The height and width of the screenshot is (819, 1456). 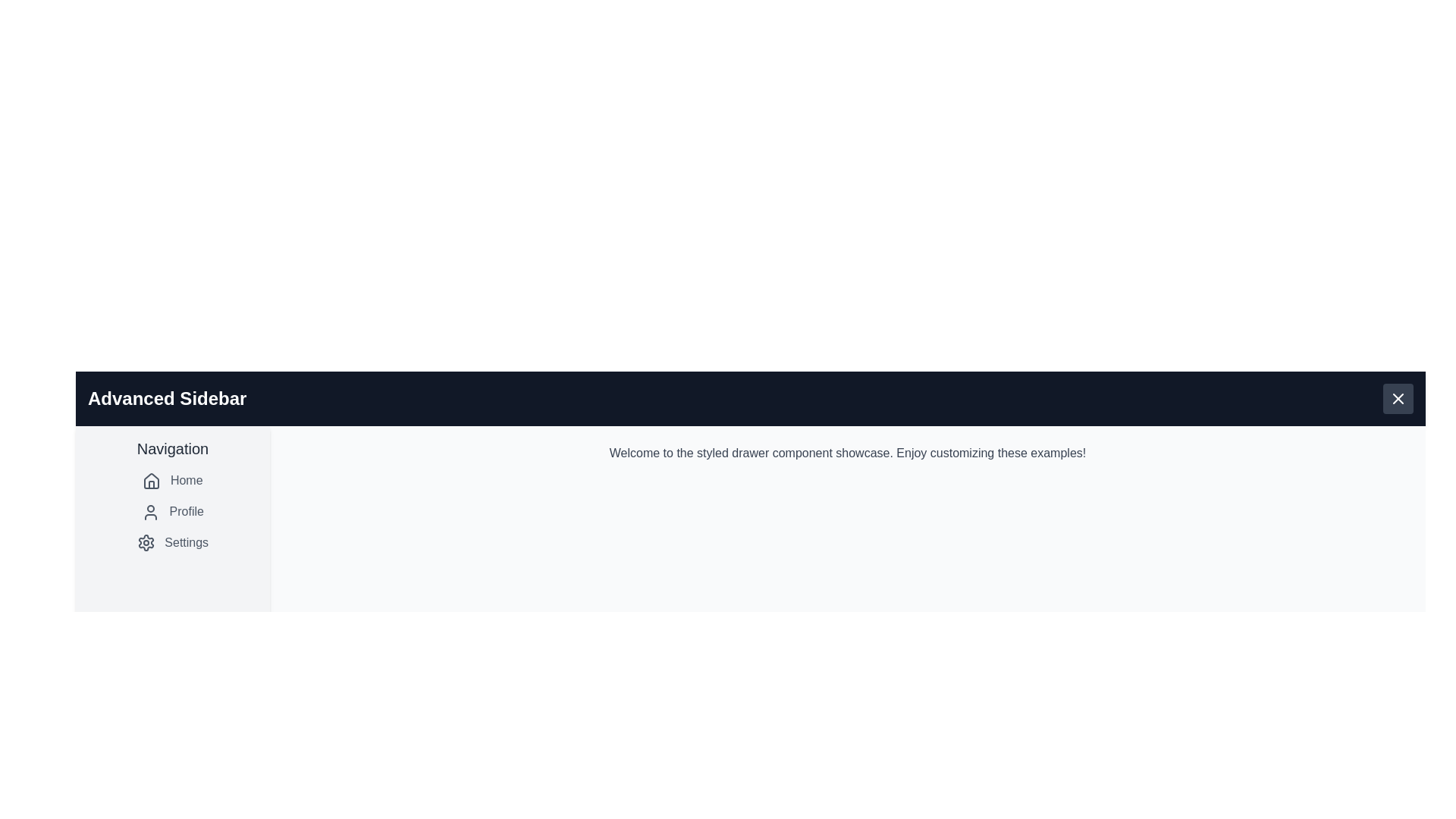 What do you see at coordinates (1397, 397) in the screenshot?
I see `the close icon button, which is a small icon resembling an 'X' with a white outline against a dark gray background, located in the top-right corner of the header section` at bounding box center [1397, 397].